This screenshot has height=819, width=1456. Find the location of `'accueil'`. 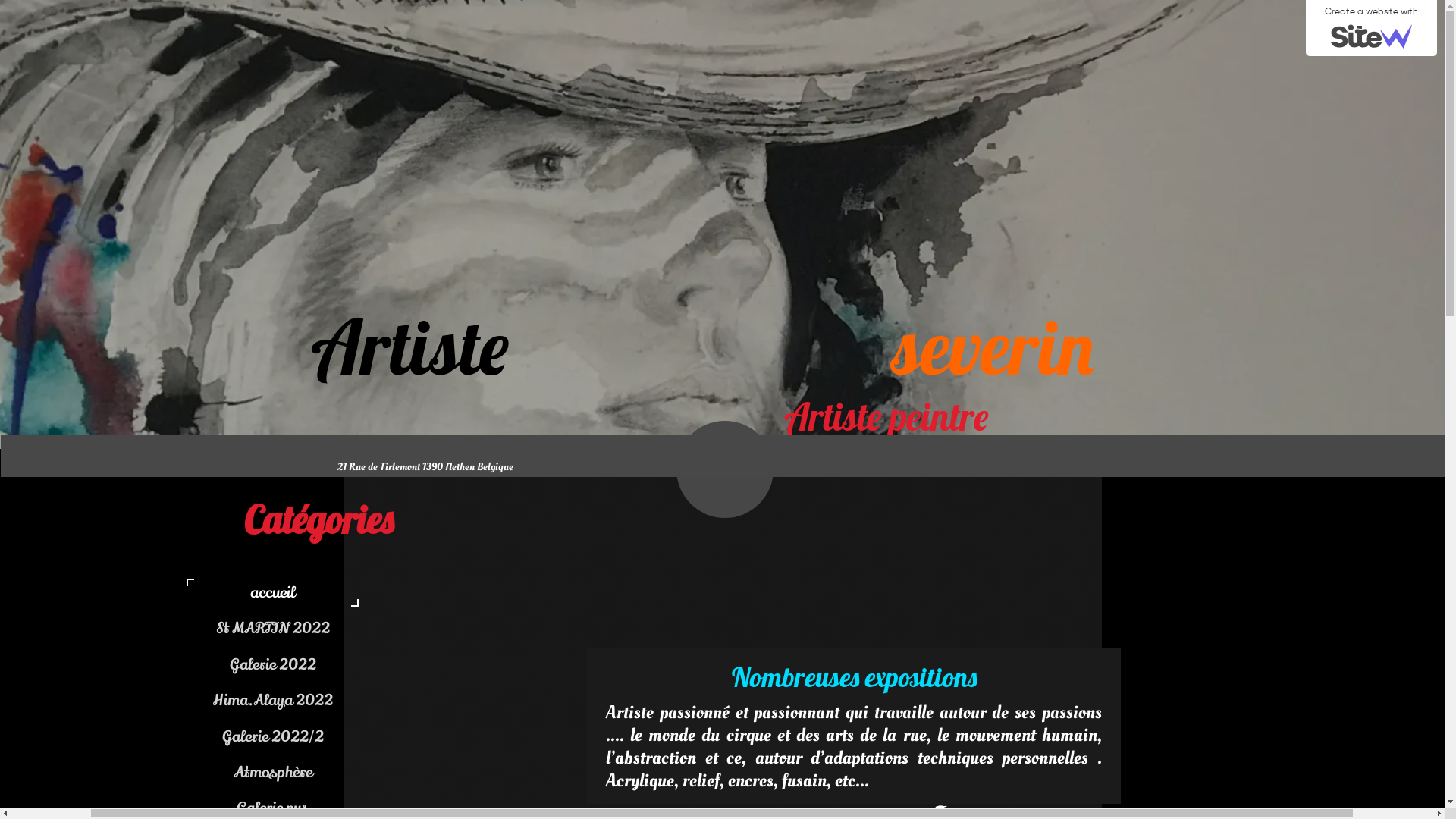

'accueil' is located at coordinates (277, 591).